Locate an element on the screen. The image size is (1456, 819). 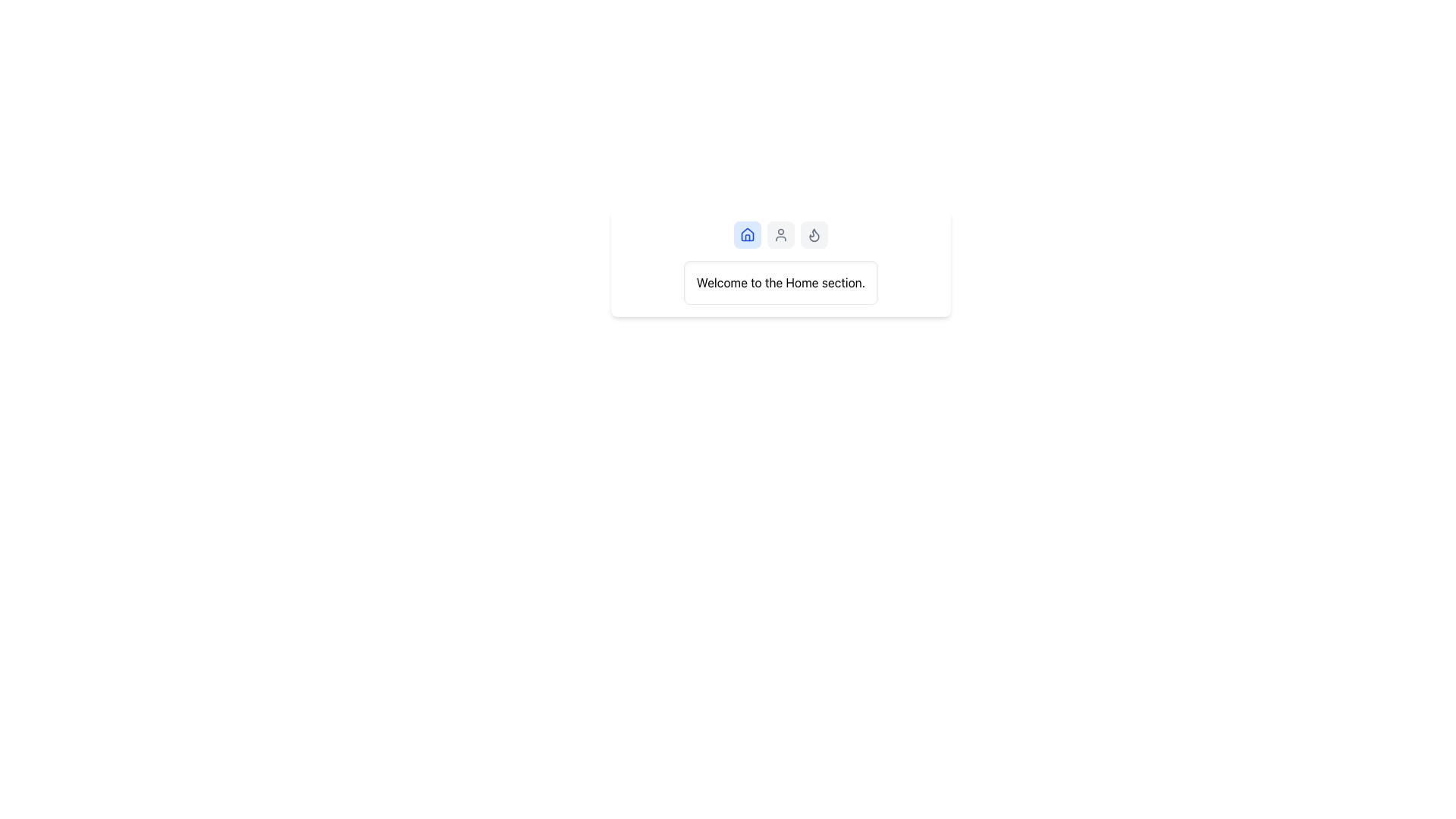
message displayed in the white rectangular card that says 'Welcome to the Home section.' is located at coordinates (781, 262).